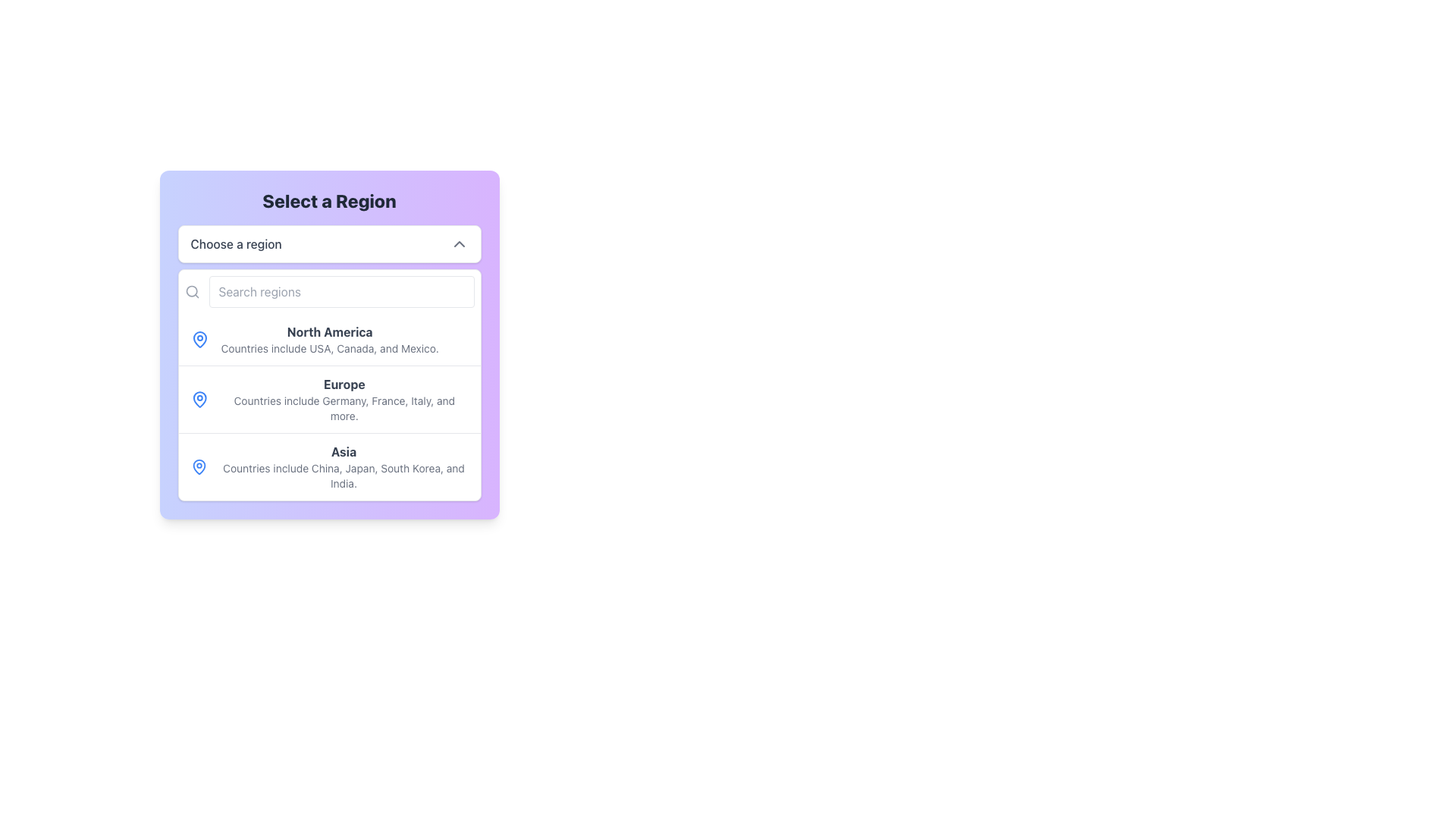 This screenshot has width=1456, height=819. Describe the element at coordinates (235, 243) in the screenshot. I see `text content of the leftmost label within the dropdown menu, which prompts the user to choose an option` at that location.